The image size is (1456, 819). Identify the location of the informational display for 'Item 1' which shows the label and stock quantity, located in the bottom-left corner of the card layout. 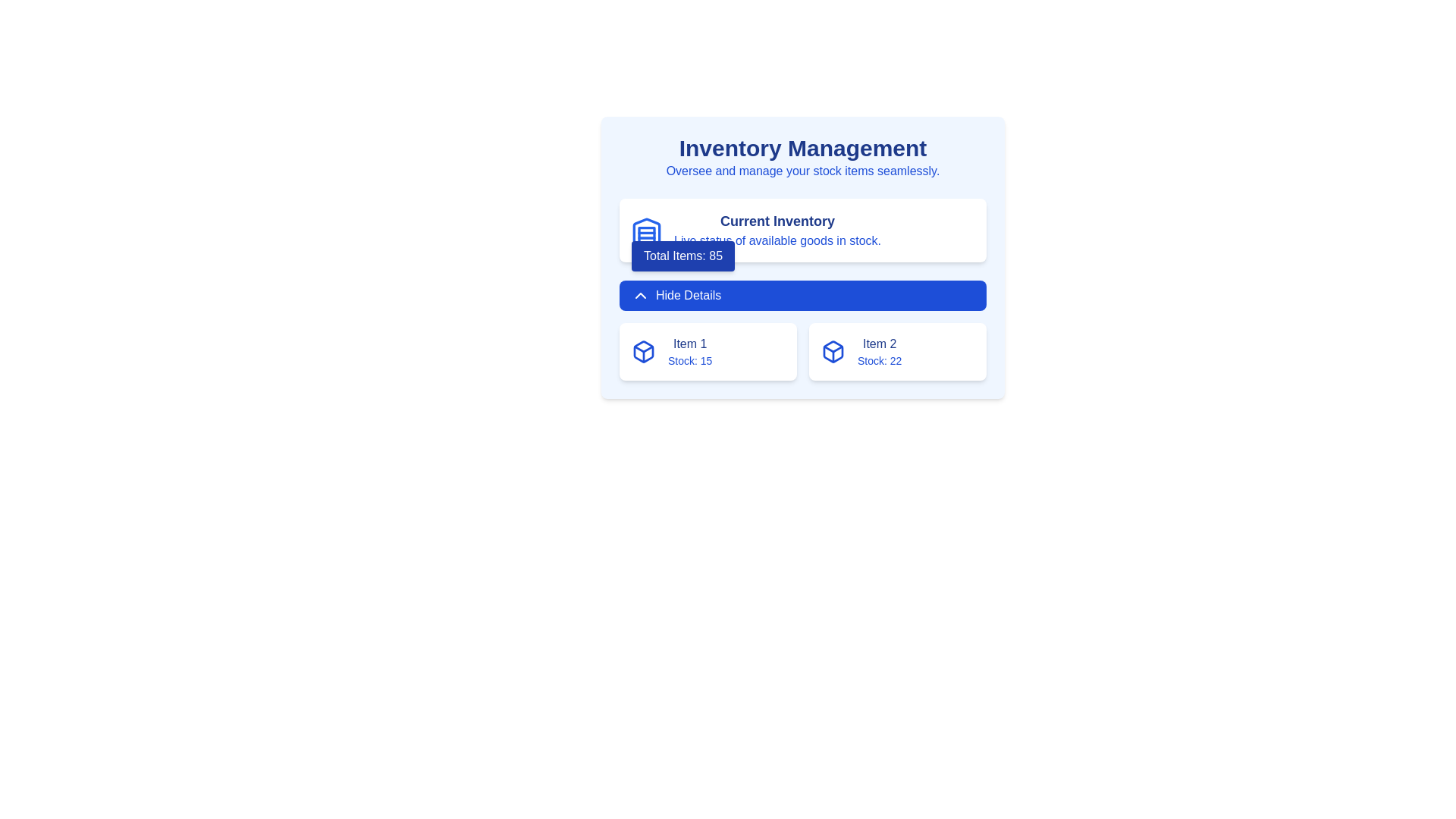
(689, 351).